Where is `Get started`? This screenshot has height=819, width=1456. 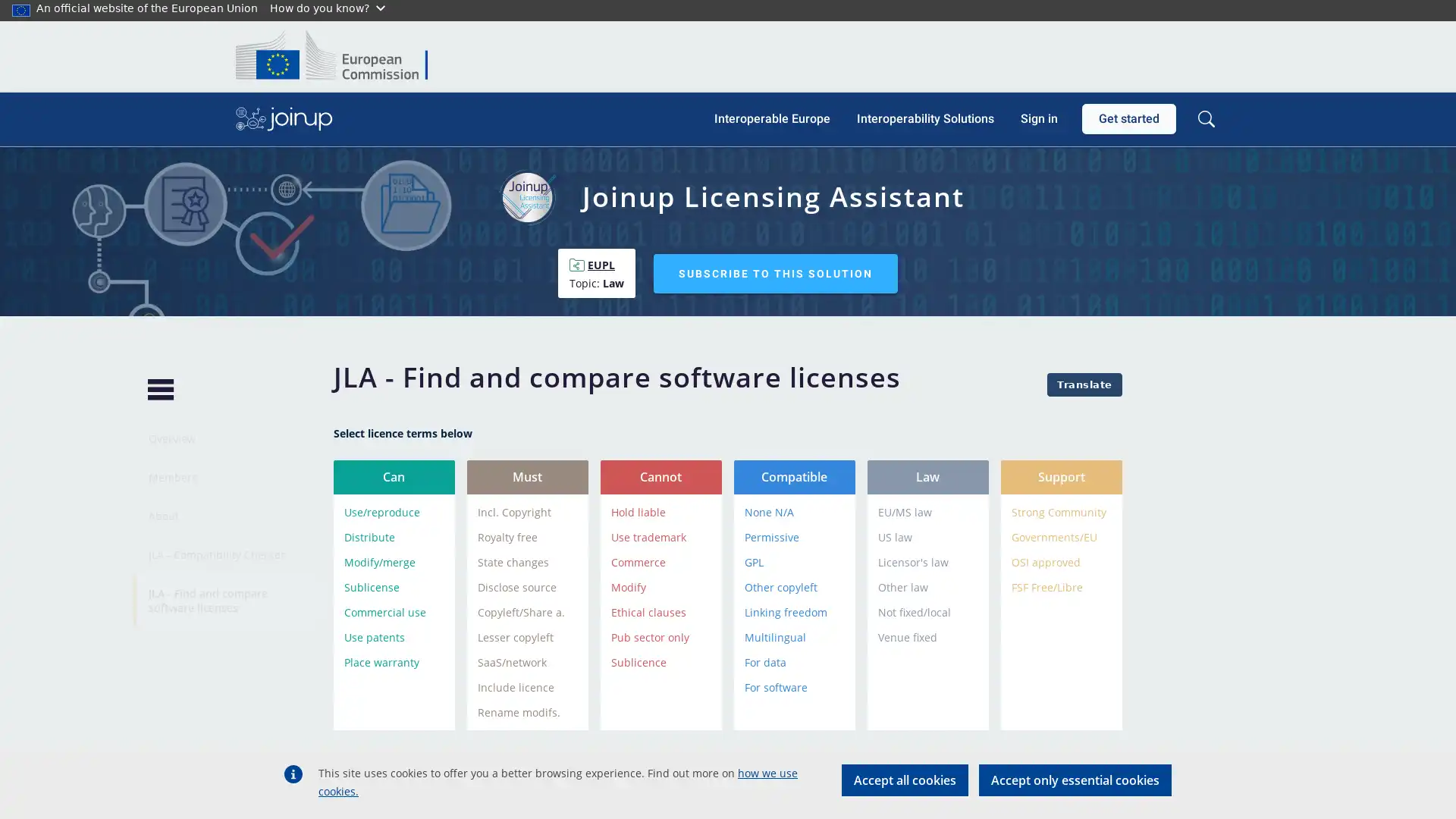 Get started is located at coordinates (1128, 118).